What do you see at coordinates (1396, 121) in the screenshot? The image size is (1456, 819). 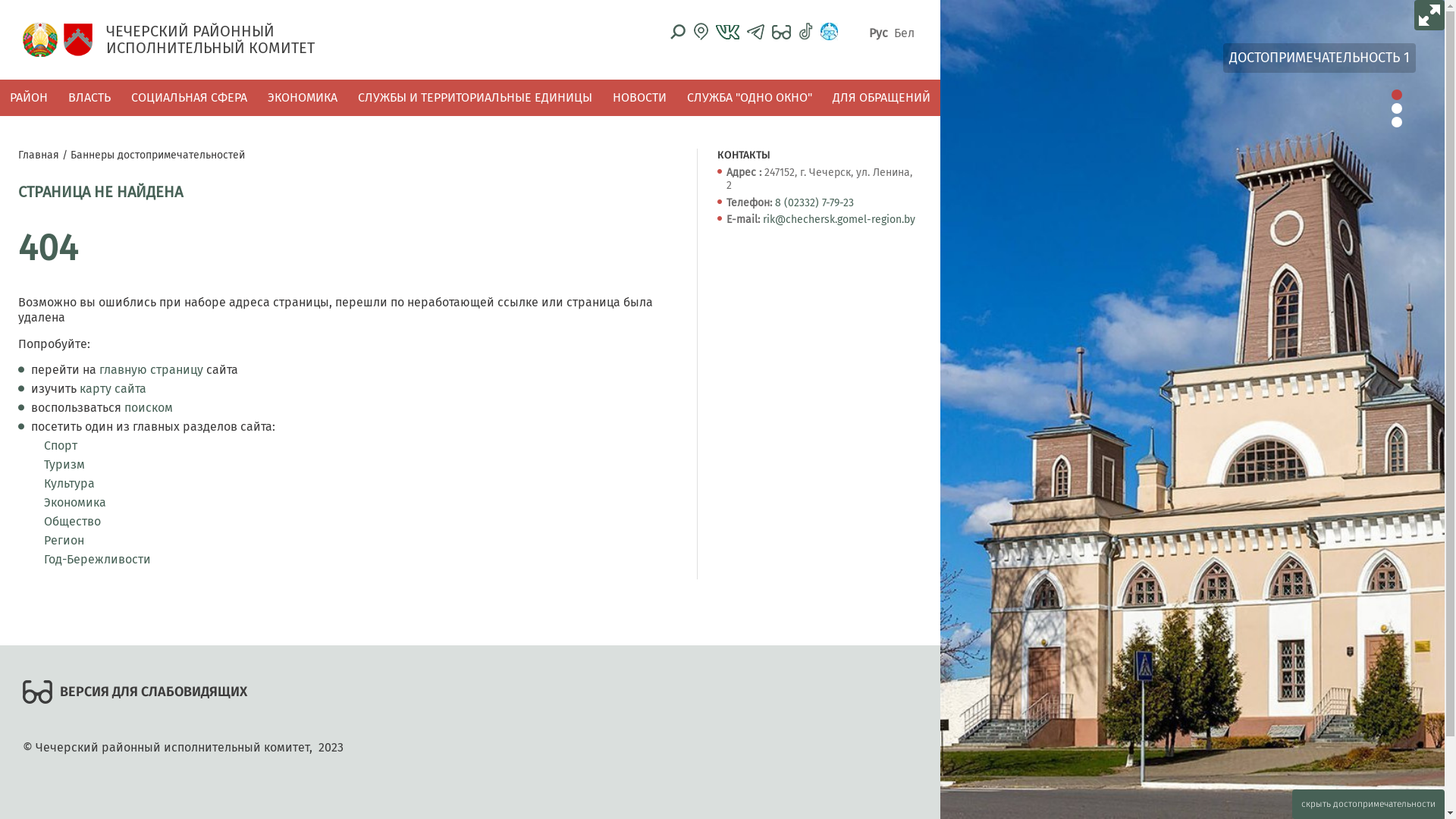 I see `'3'` at bounding box center [1396, 121].